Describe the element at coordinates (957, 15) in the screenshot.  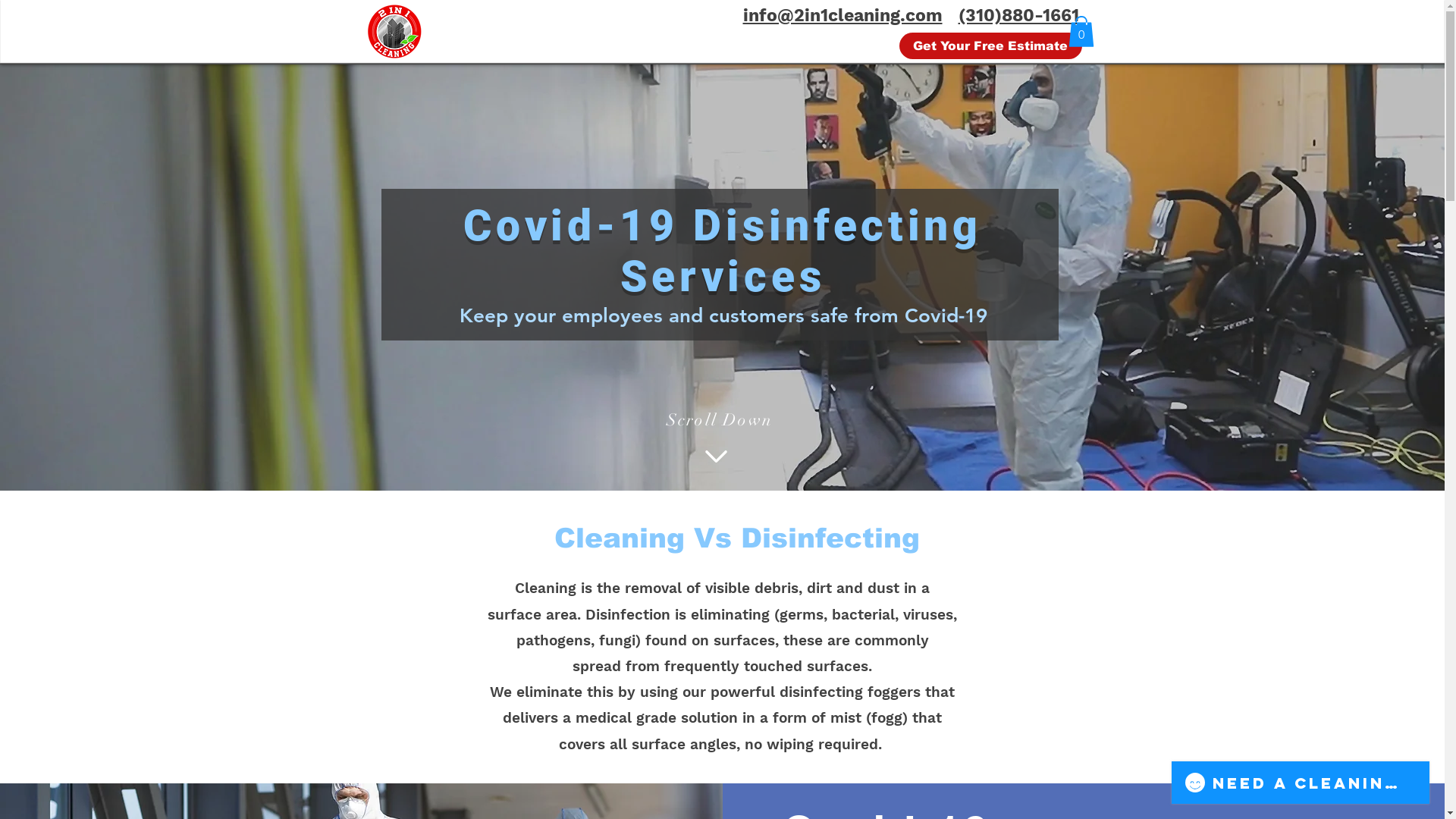
I see `'(310)880-1661'` at that location.